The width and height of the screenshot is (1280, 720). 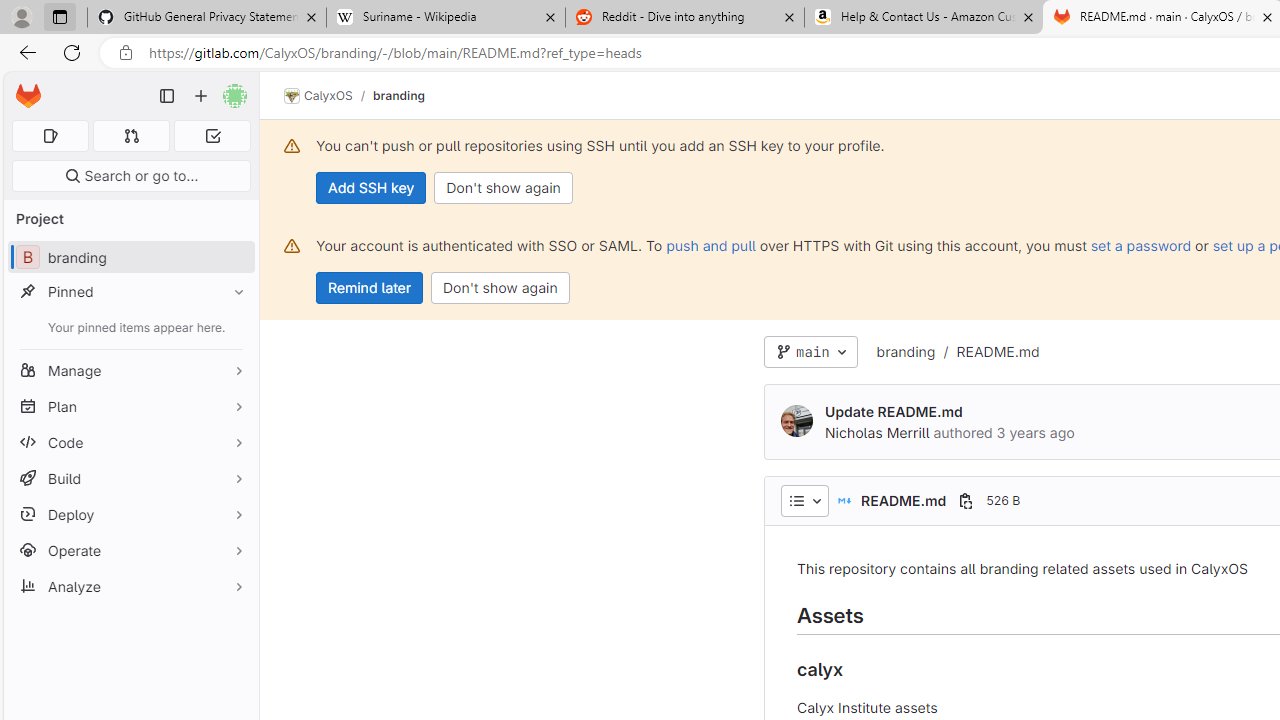 I want to click on 'Analyze', so click(x=130, y=585).